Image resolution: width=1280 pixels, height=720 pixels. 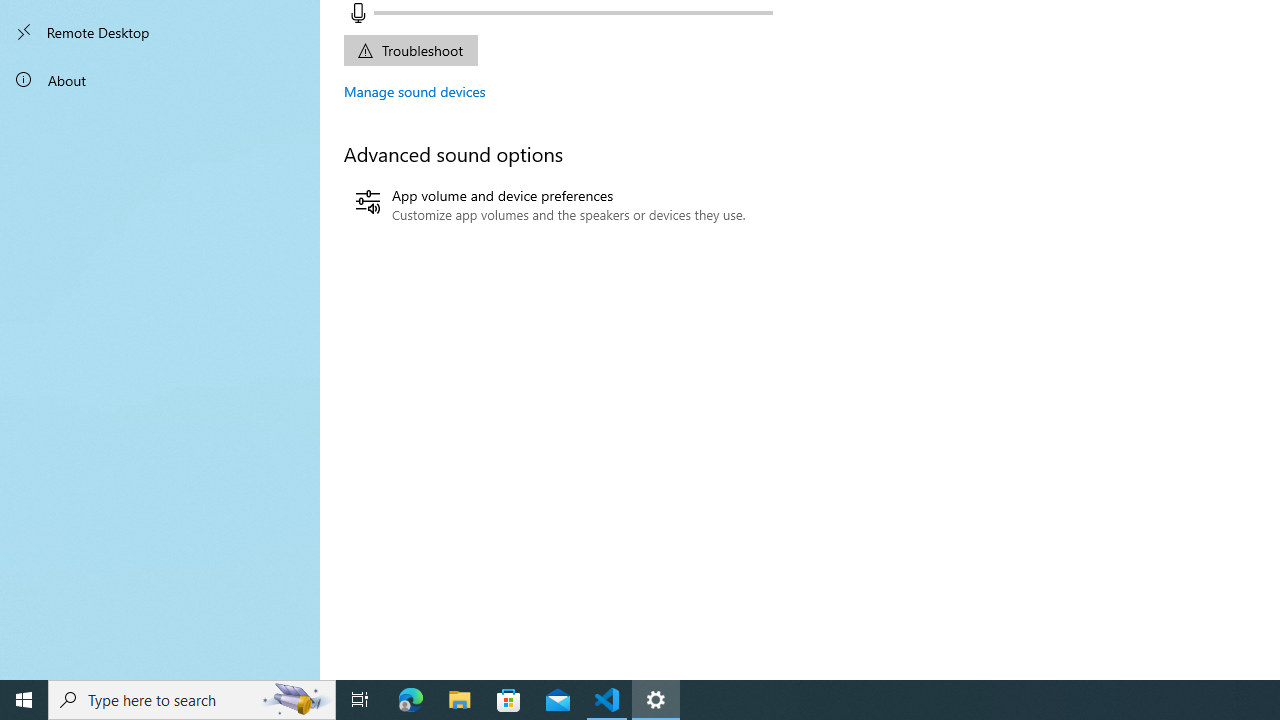 What do you see at coordinates (160, 78) in the screenshot?
I see `'About'` at bounding box center [160, 78].